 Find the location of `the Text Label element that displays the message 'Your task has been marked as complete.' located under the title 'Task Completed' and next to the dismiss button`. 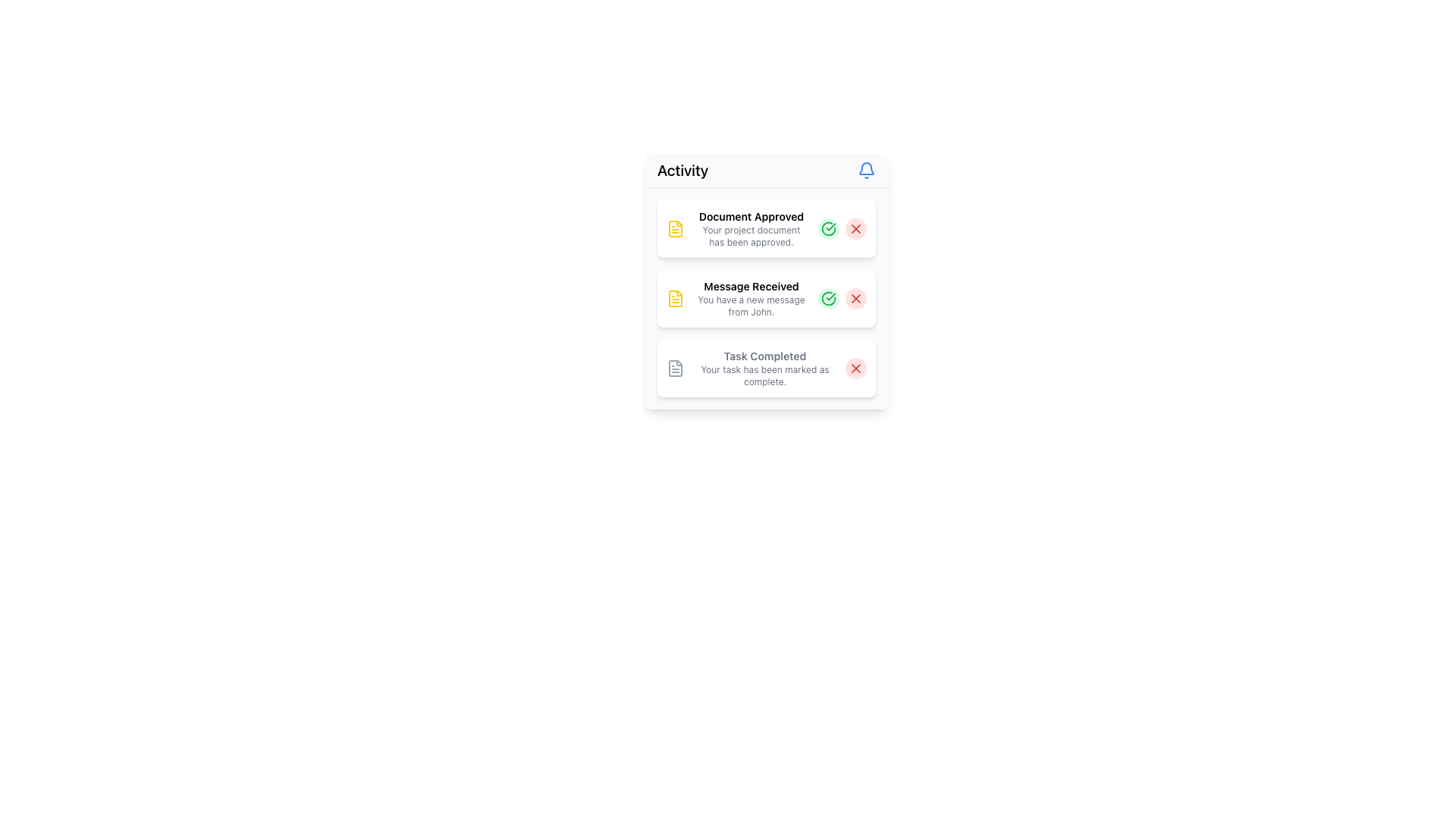

the Text Label element that displays the message 'Your task has been marked as complete.' located under the title 'Task Completed' and next to the dismiss button is located at coordinates (764, 375).